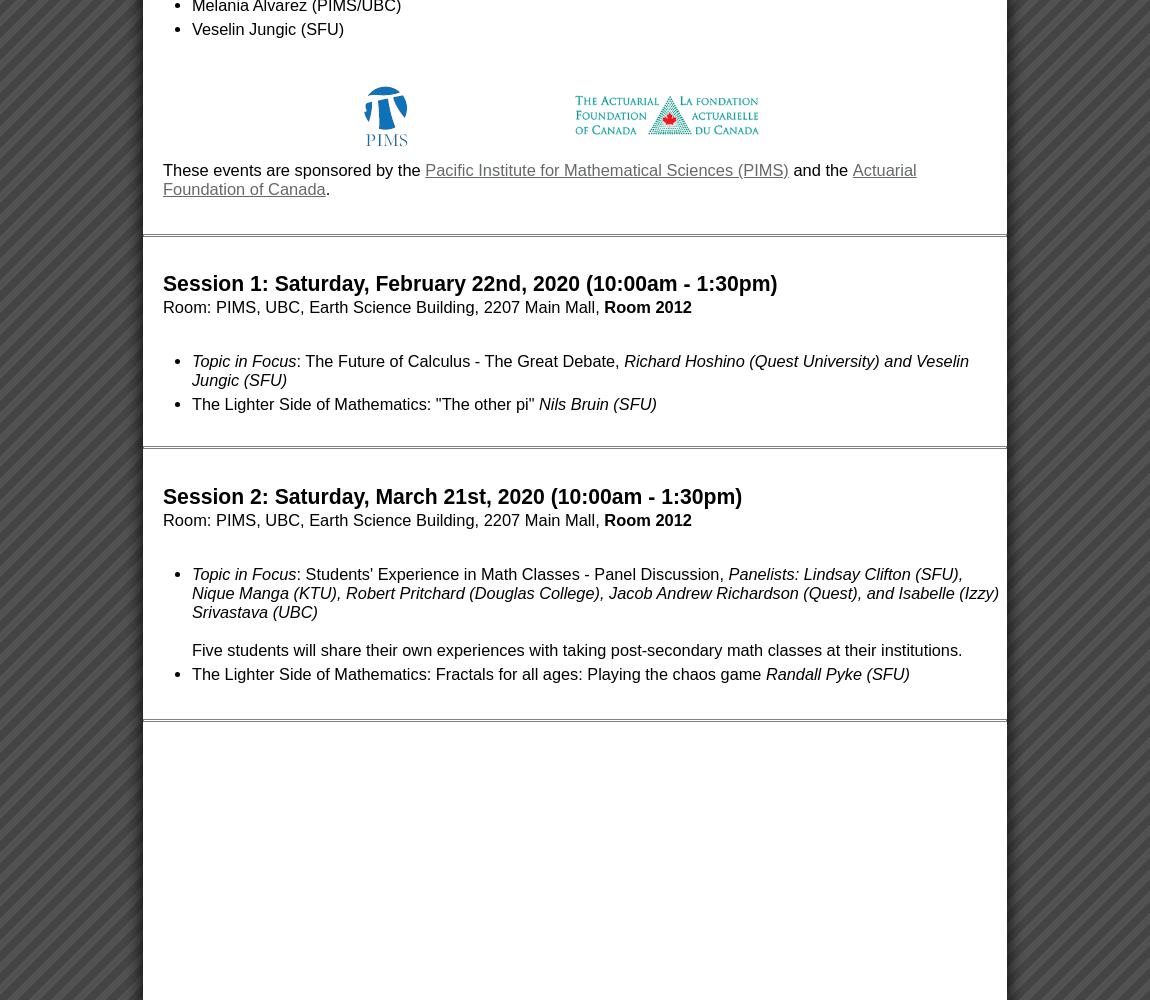  What do you see at coordinates (294, 170) in the screenshot?
I see `'These events are sponsored by the'` at bounding box center [294, 170].